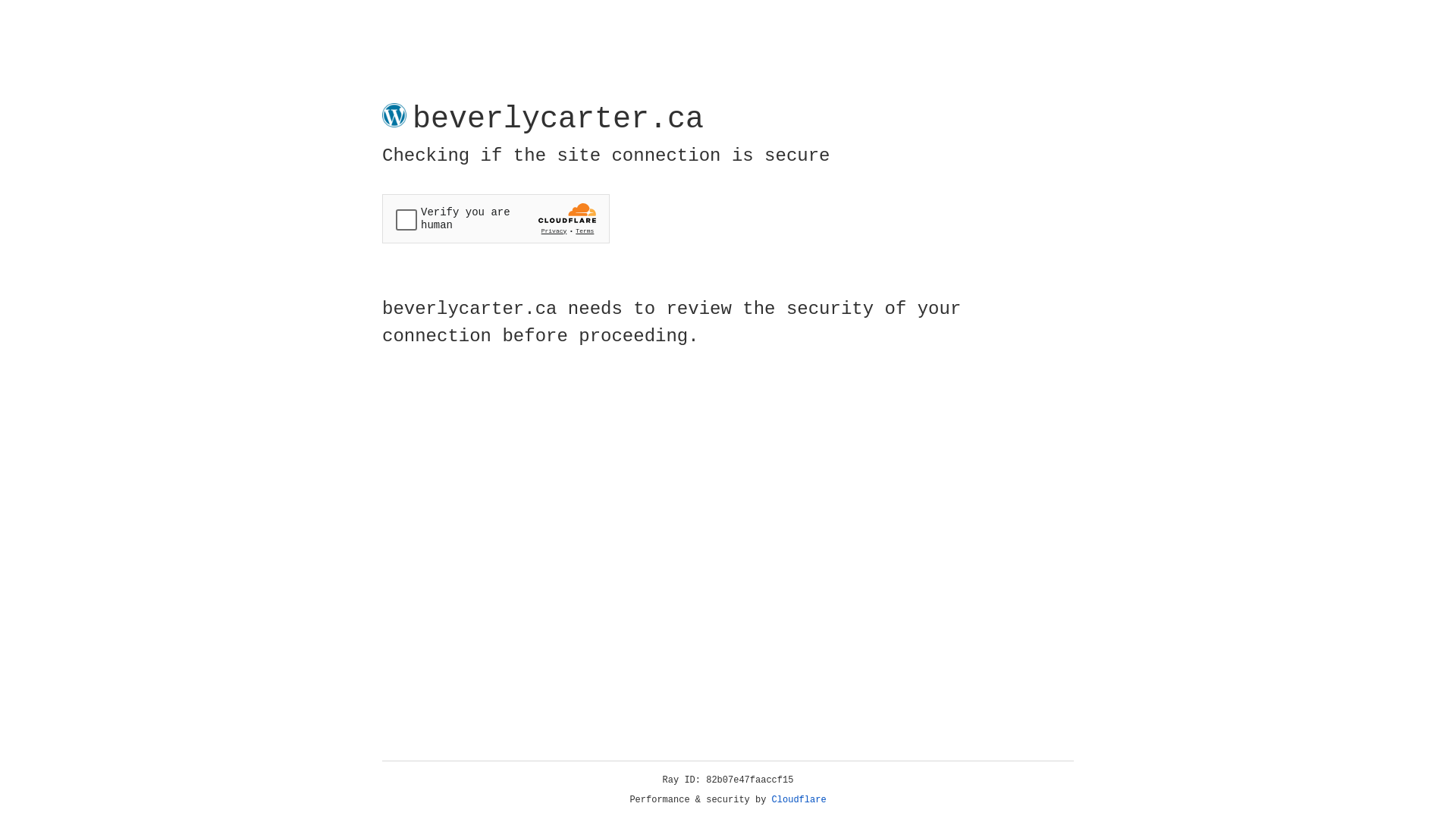  Describe the element at coordinates (799, 799) in the screenshot. I see `'Cloudflare'` at that location.